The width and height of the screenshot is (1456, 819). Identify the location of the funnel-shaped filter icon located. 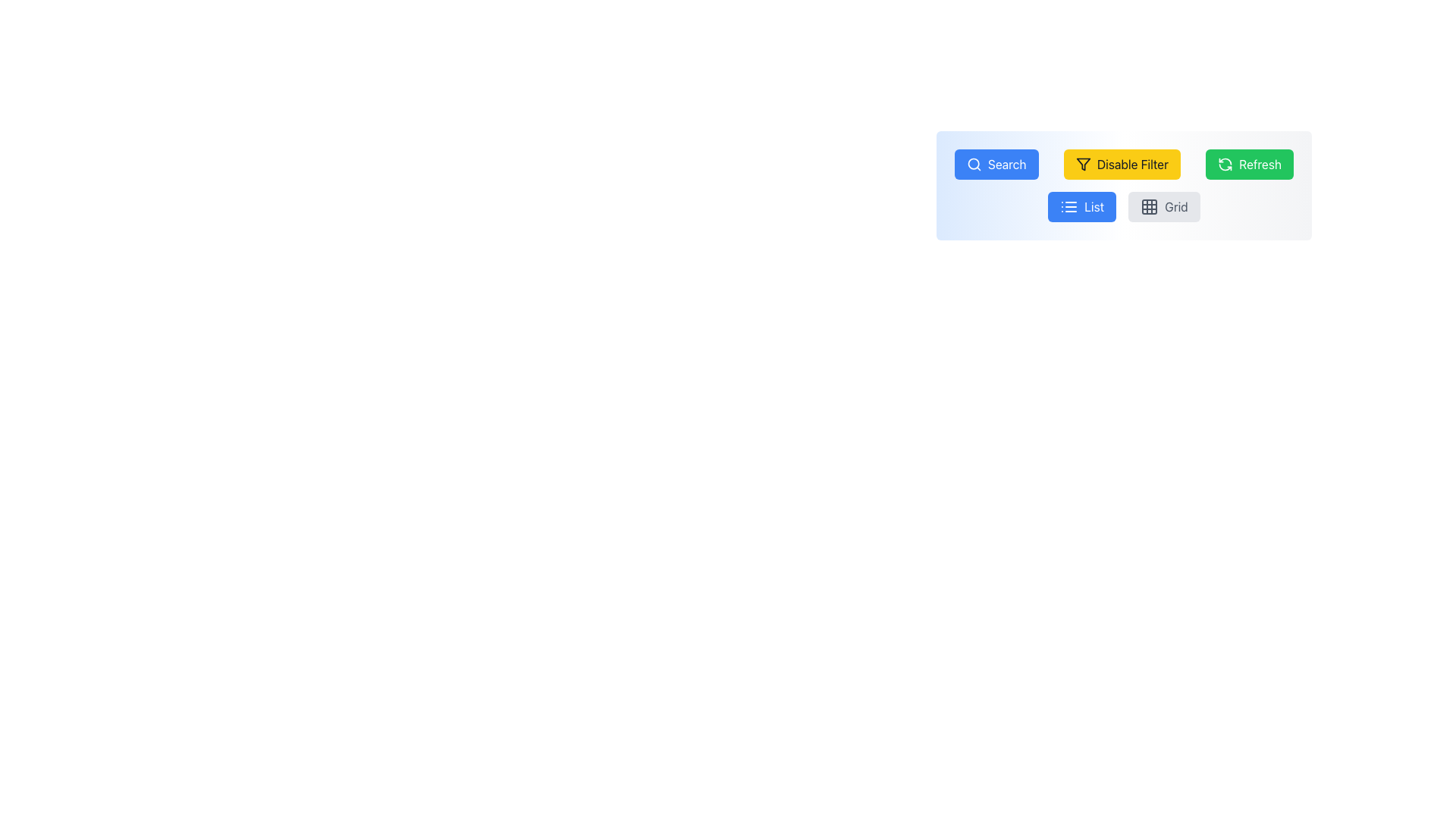
(1082, 164).